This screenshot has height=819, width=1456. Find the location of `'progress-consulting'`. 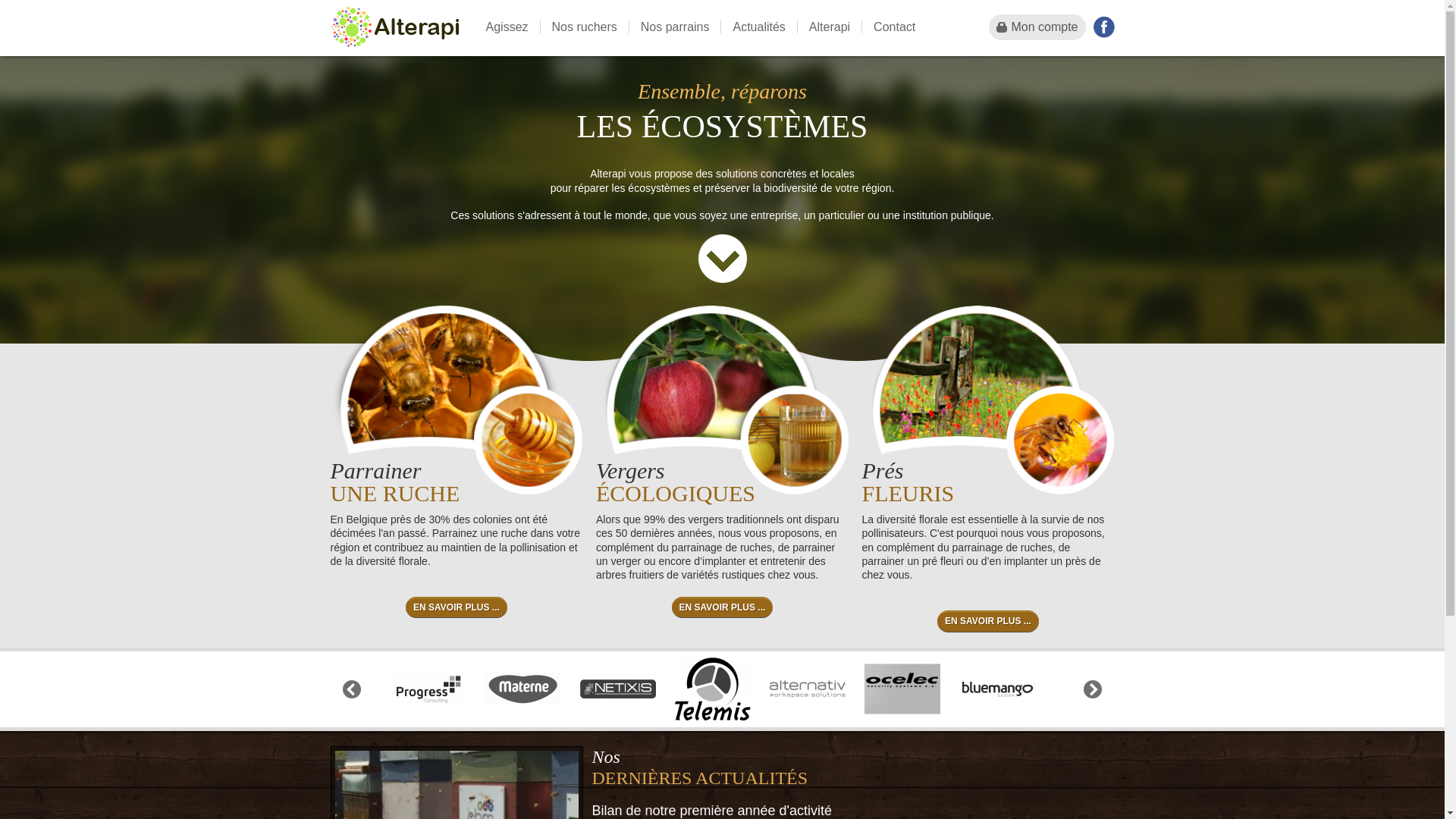

'progress-consulting' is located at coordinates (428, 689).